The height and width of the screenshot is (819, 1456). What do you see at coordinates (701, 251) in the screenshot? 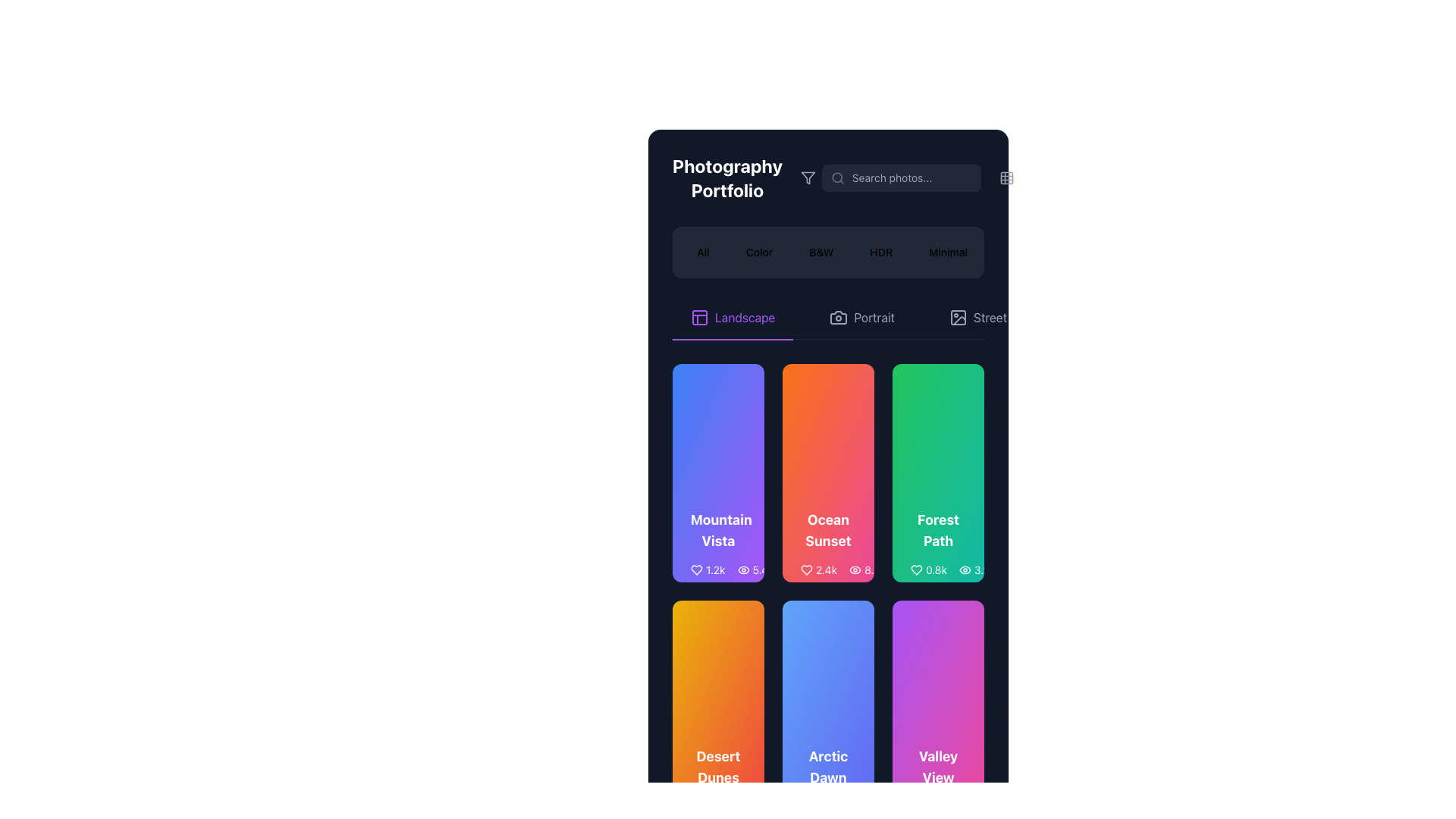
I see `the 'All' button in the navigation bar` at bounding box center [701, 251].